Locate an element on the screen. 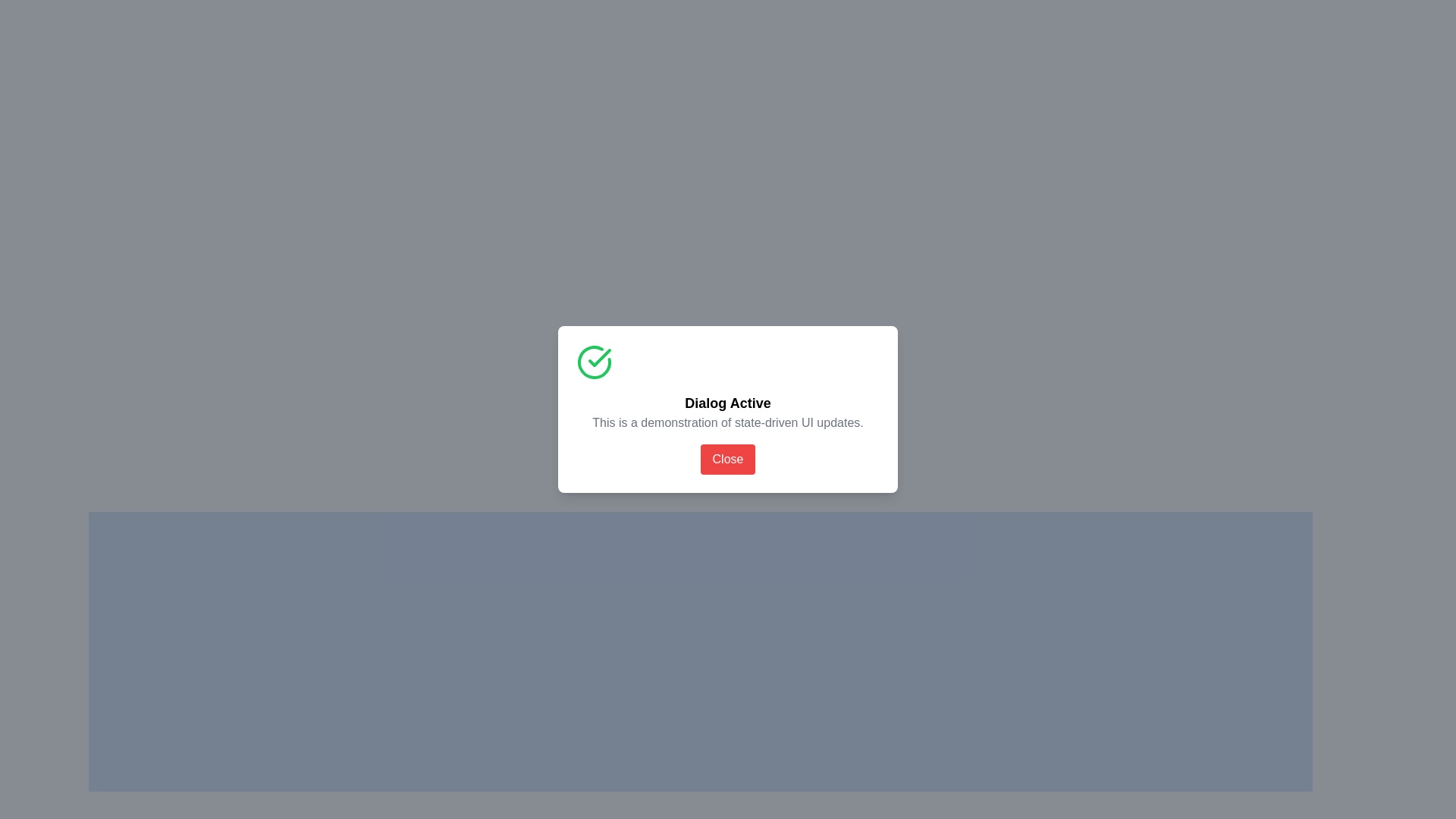  the text component displaying 'Dialog Active' which is centrally positioned within the dialog box, below a green check icon and above a descriptive text block is located at coordinates (728, 403).